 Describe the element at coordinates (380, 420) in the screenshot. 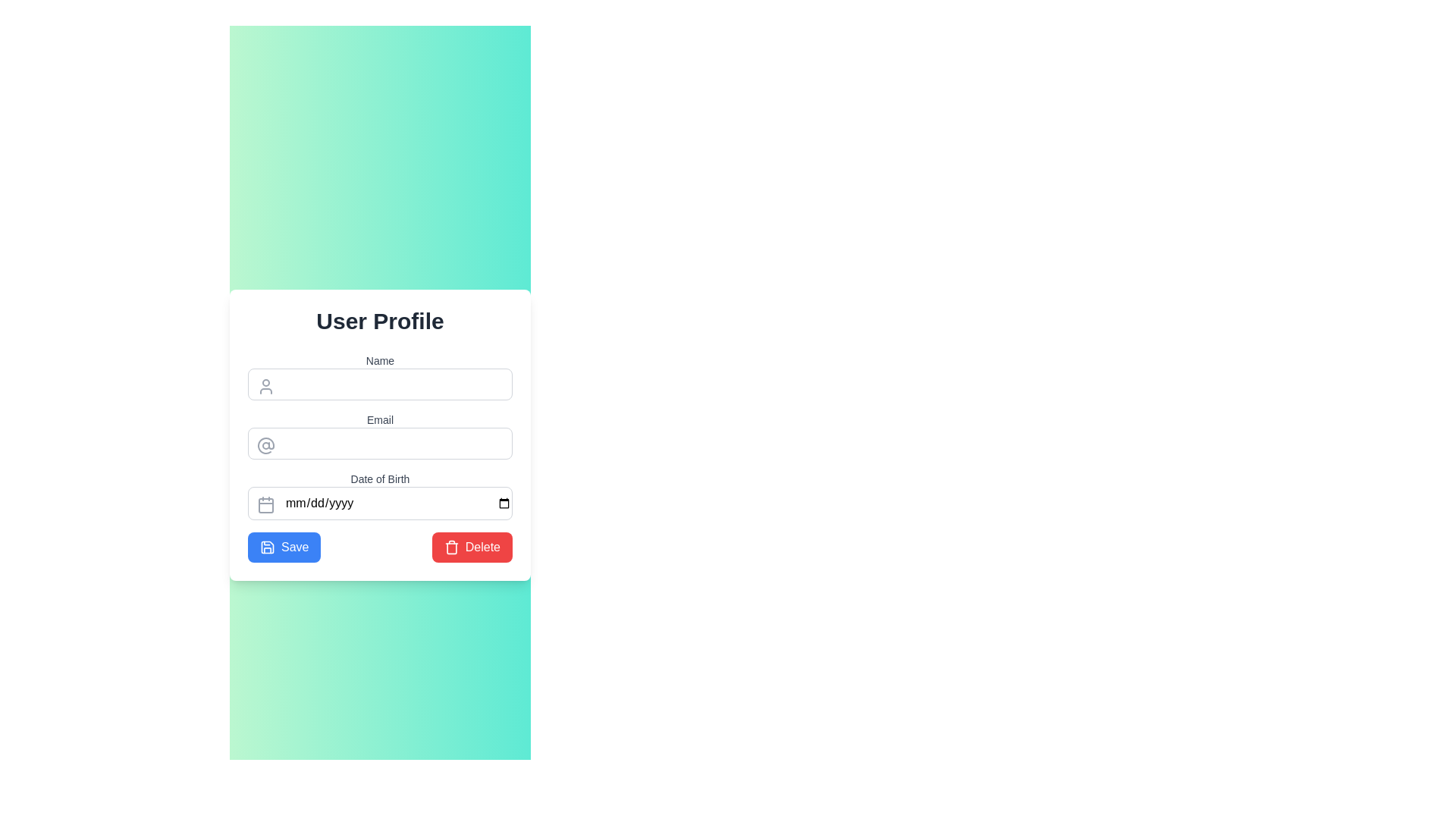

I see `the 'Email' text label, which is styled in medium font size and gray color, located prominently above the email input field in the center section of the form layout` at that location.